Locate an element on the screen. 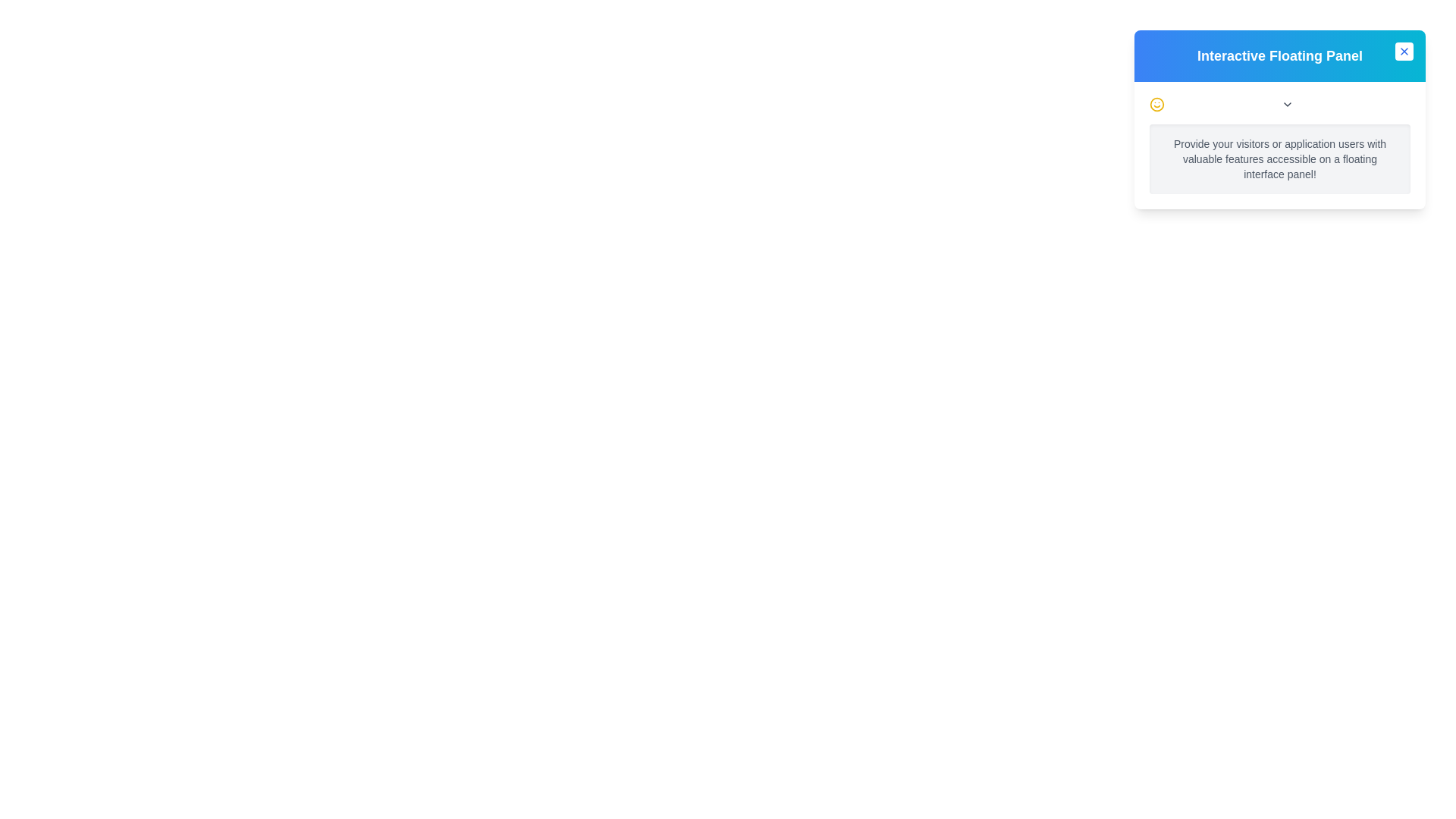  the 'X' icon styled as a close button located in the top-right corner of the floating interactive panel is located at coordinates (1404, 51).